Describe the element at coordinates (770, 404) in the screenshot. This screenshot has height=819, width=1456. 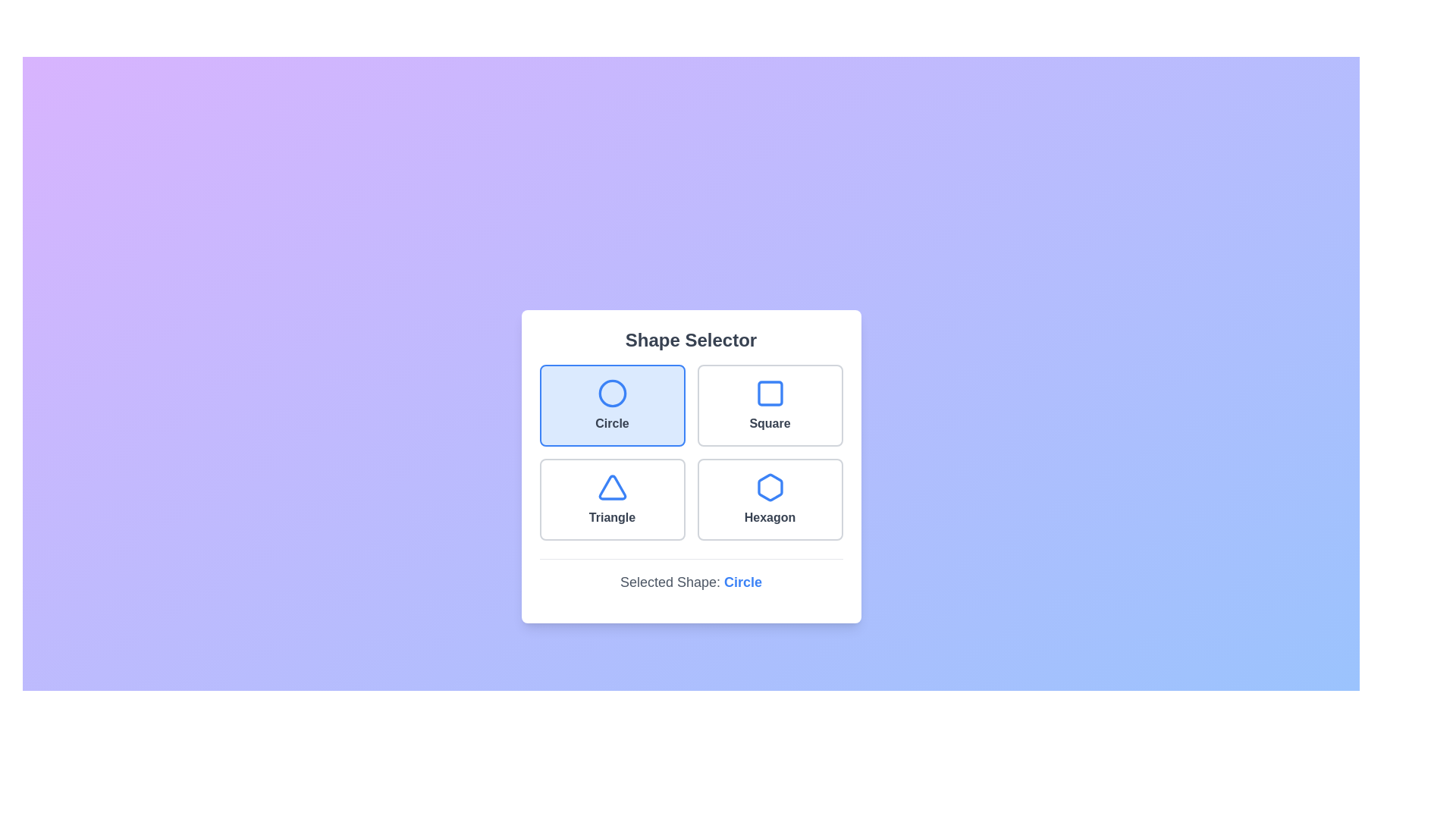
I see `the shape button corresponding to Square` at that location.